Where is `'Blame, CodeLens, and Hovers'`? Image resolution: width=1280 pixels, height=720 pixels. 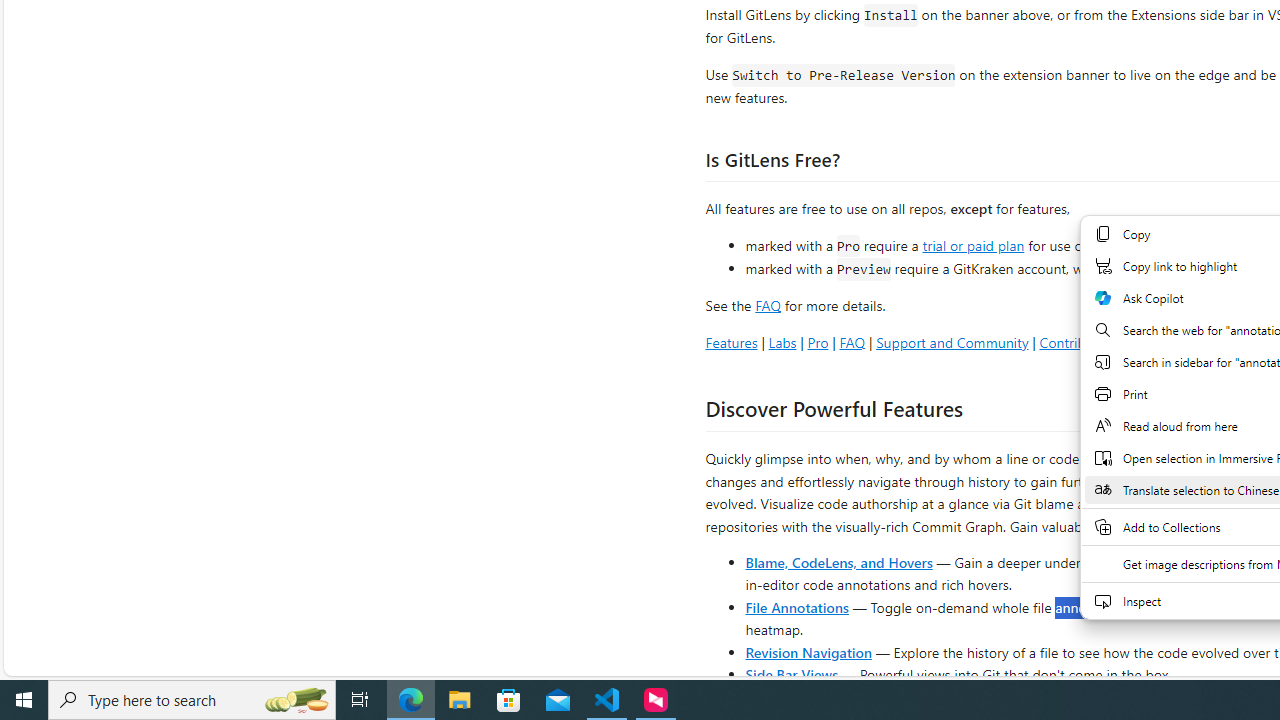 'Blame, CodeLens, and Hovers' is located at coordinates (839, 561).